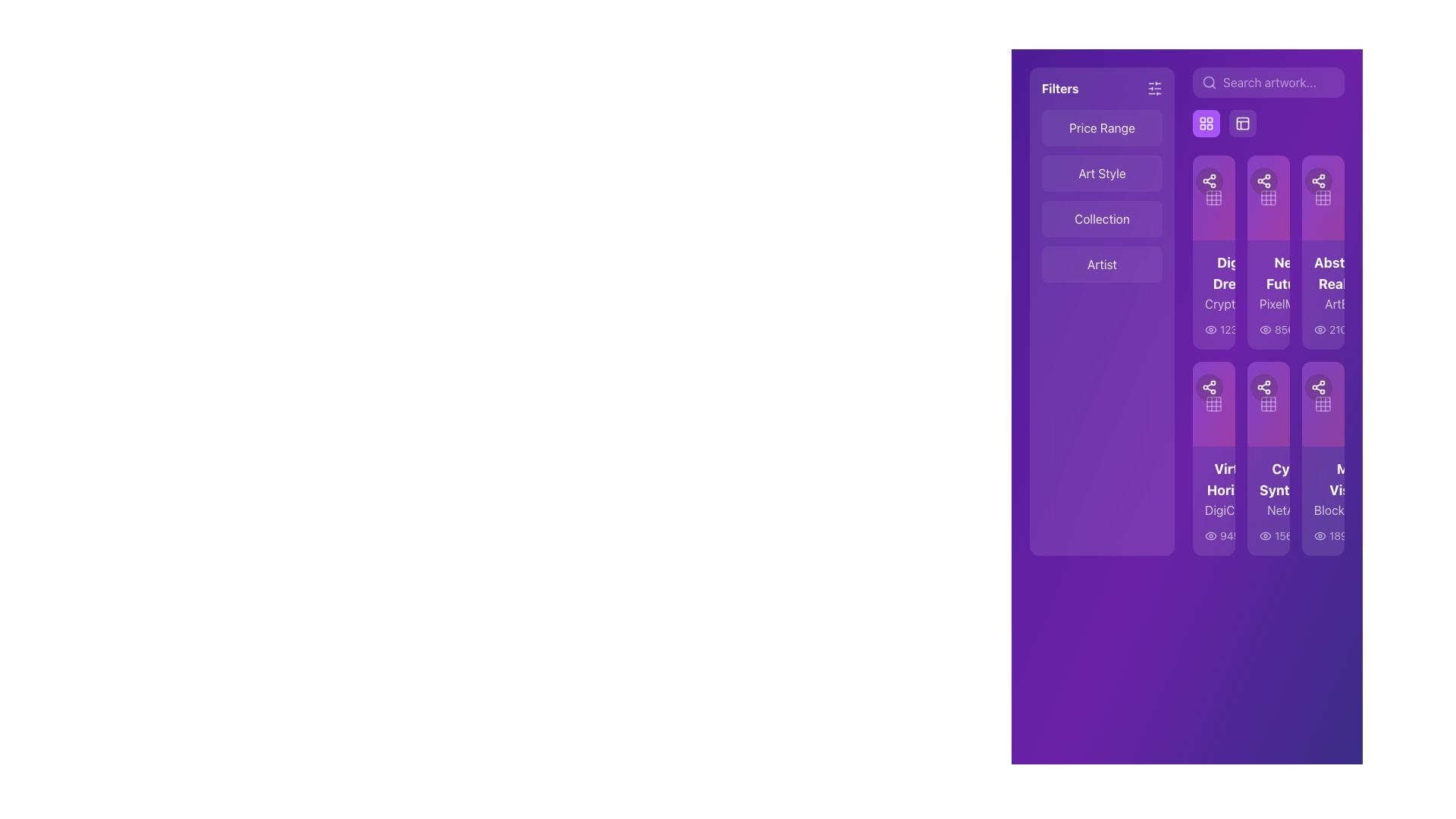 This screenshot has height=819, width=1456. I want to click on numerical value displayed to the left of the heart-shaped icon with the text '89' in the lower section of the card-like layout, so click(1258, 329).